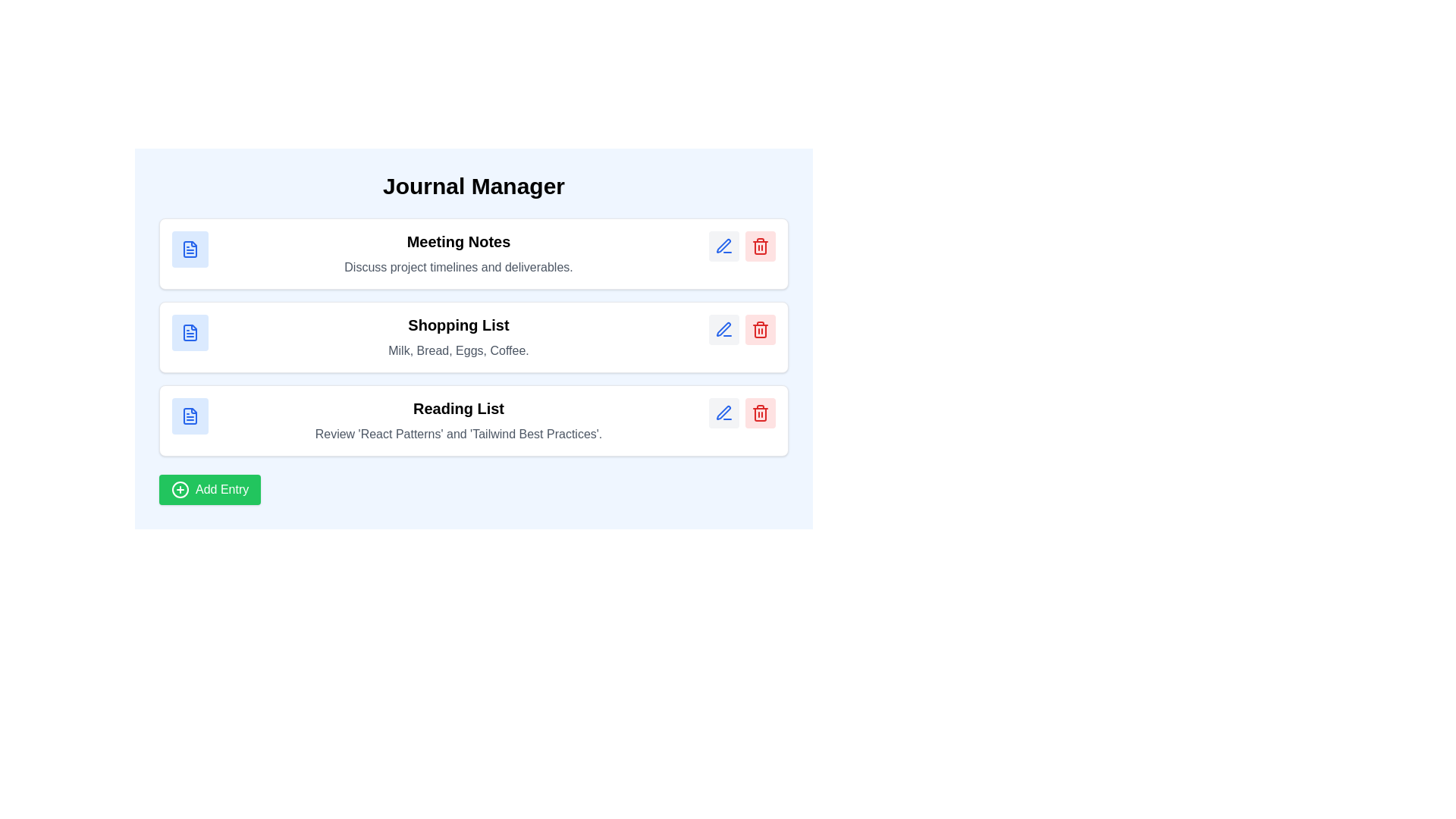 The height and width of the screenshot is (819, 1456). I want to click on the icon located within the bottom-left of the green 'Add Entry' button, so click(180, 489).